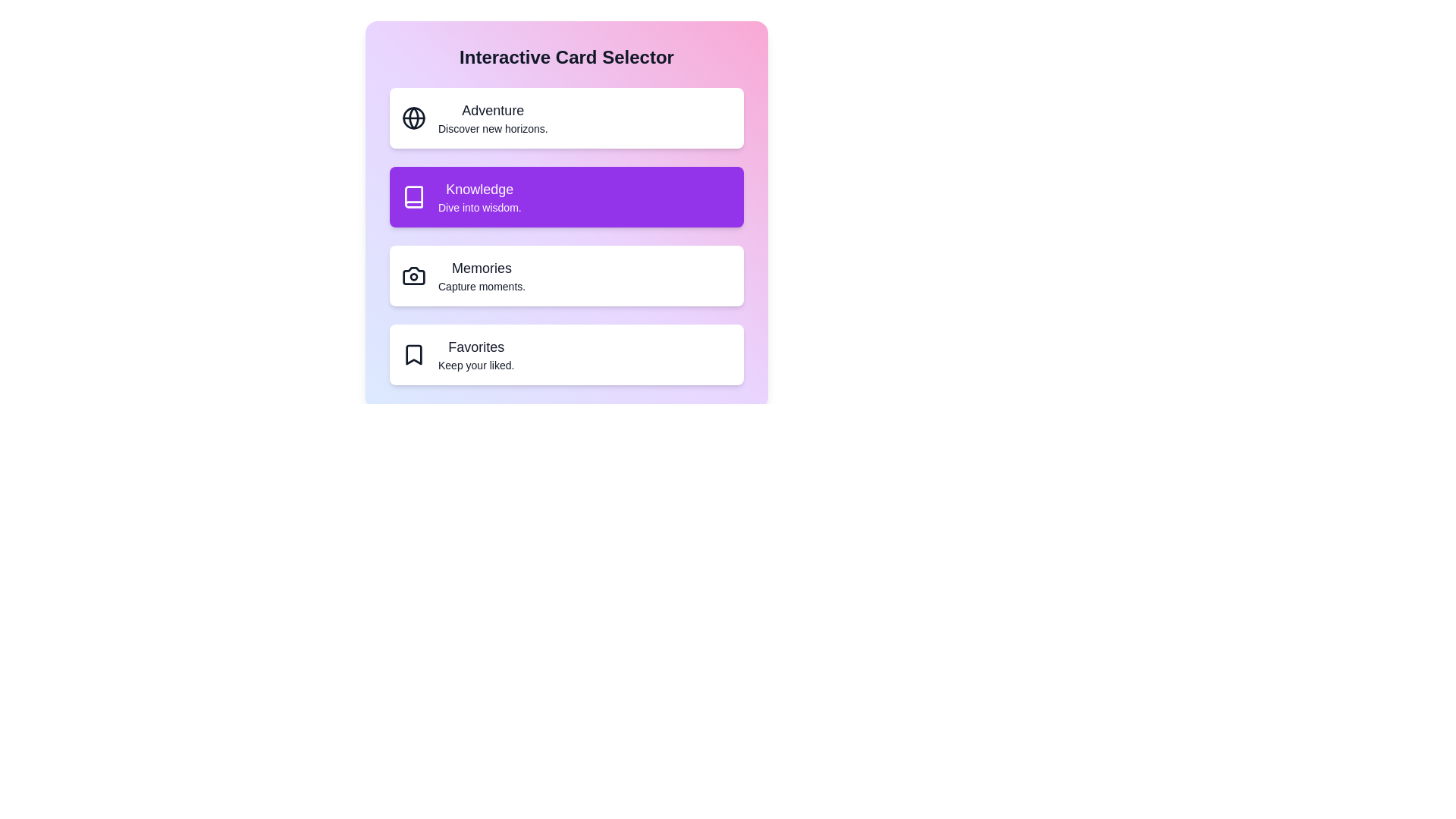 This screenshot has width=1456, height=819. What do you see at coordinates (566, 117) in the screenshot?
I see `the card labeled Adventure` at bounding box center [566, 117].